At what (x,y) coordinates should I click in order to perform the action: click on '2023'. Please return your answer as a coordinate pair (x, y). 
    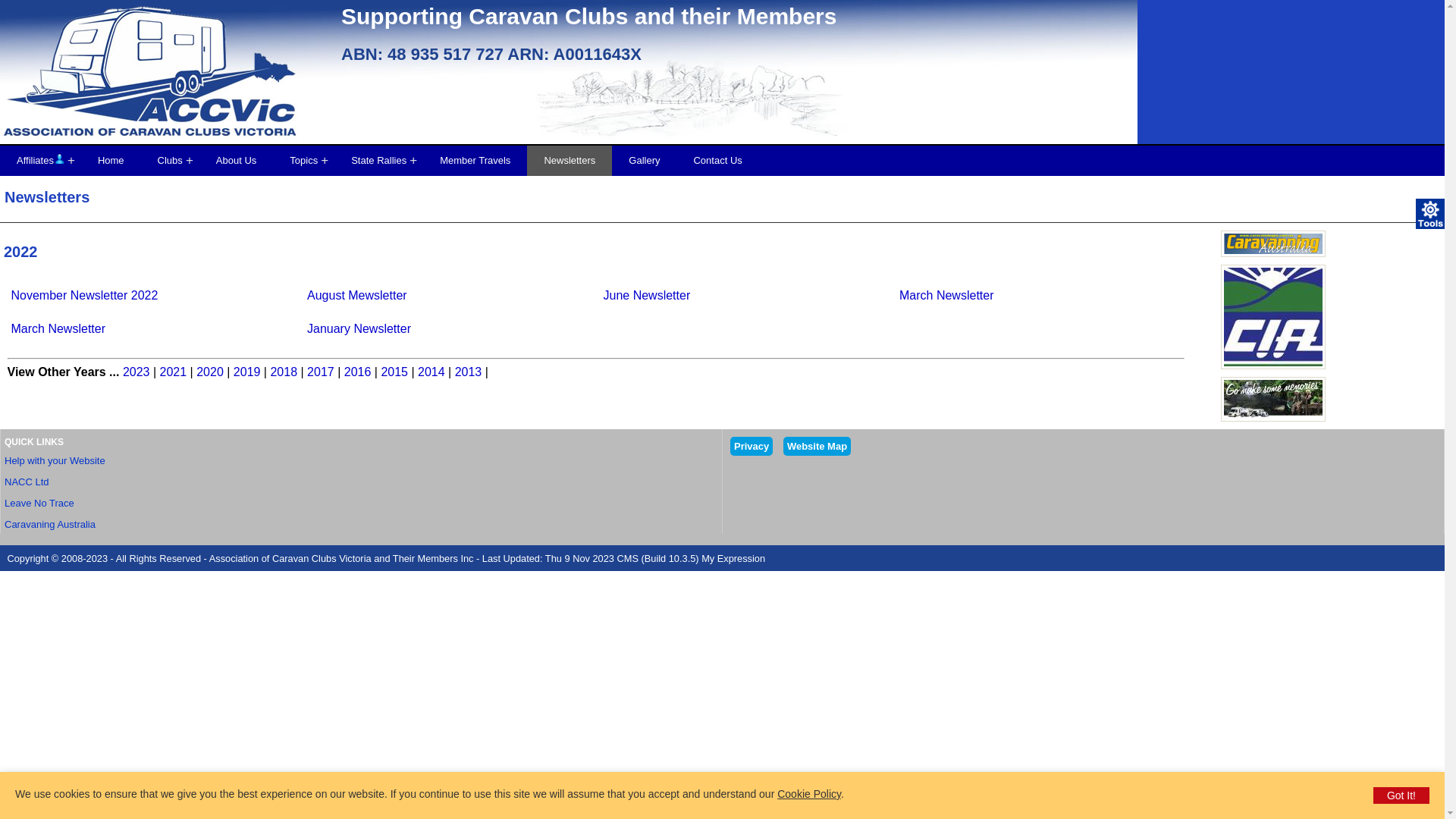
    Looking at the image, I should click on (136, 372).